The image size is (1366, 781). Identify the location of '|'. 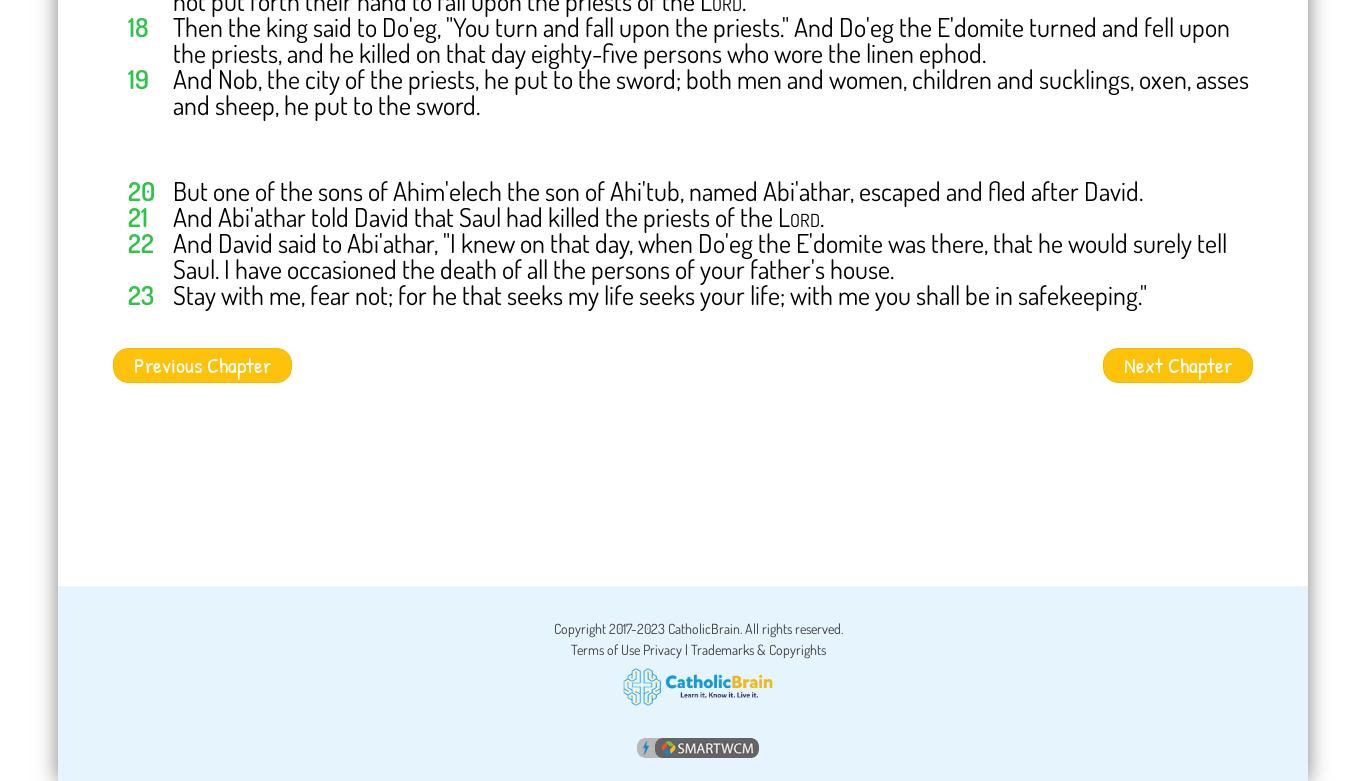
(685, 648).